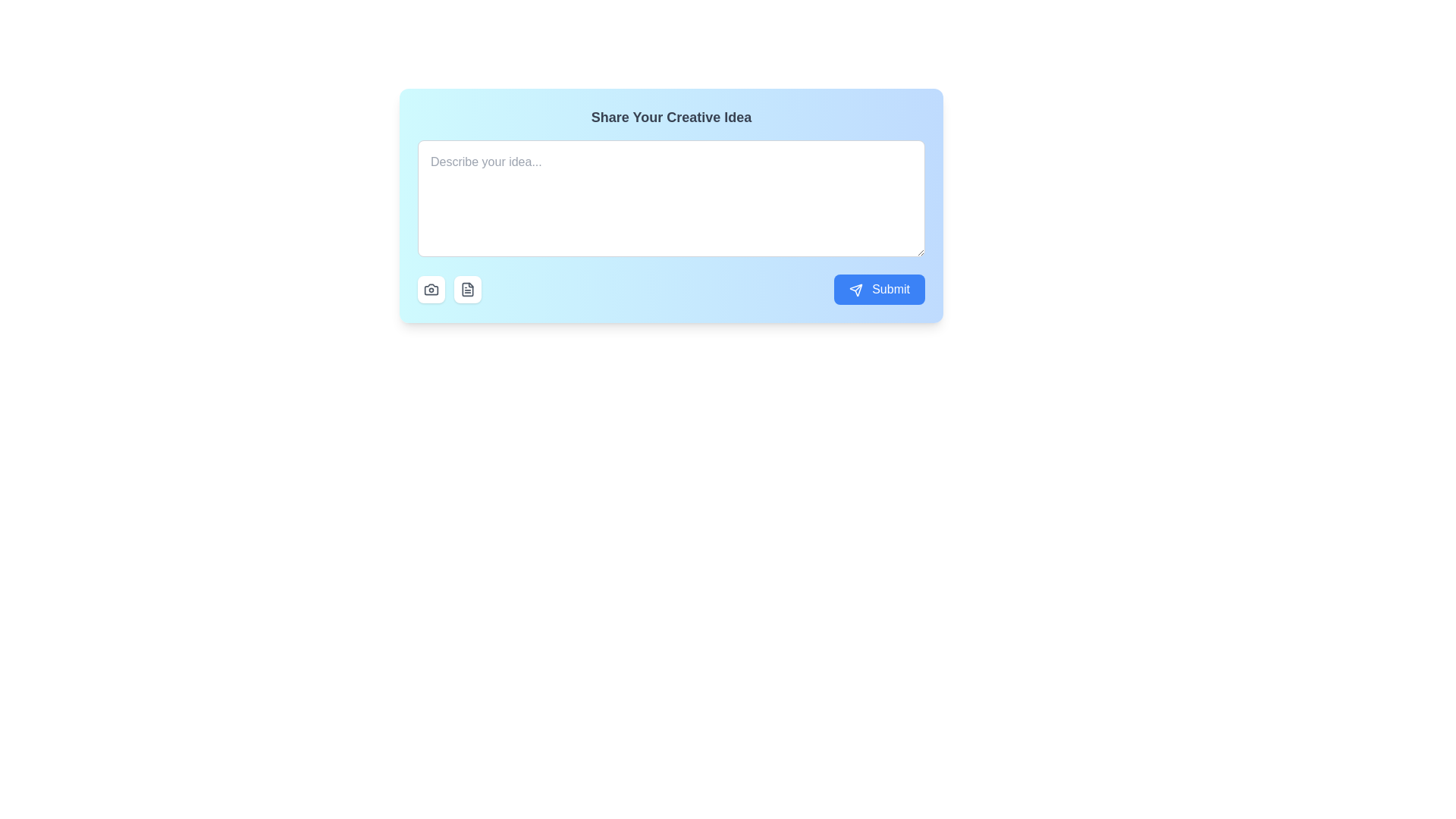 This screenshot has height=819, width=1456. What do you see at coordinates (855, 290) in the screenshot?
I see `the paper airplane icon located to the left of the 'Submit' text inside the blue button in the bottom-right corner of the card` at bounding box center [855, 290].